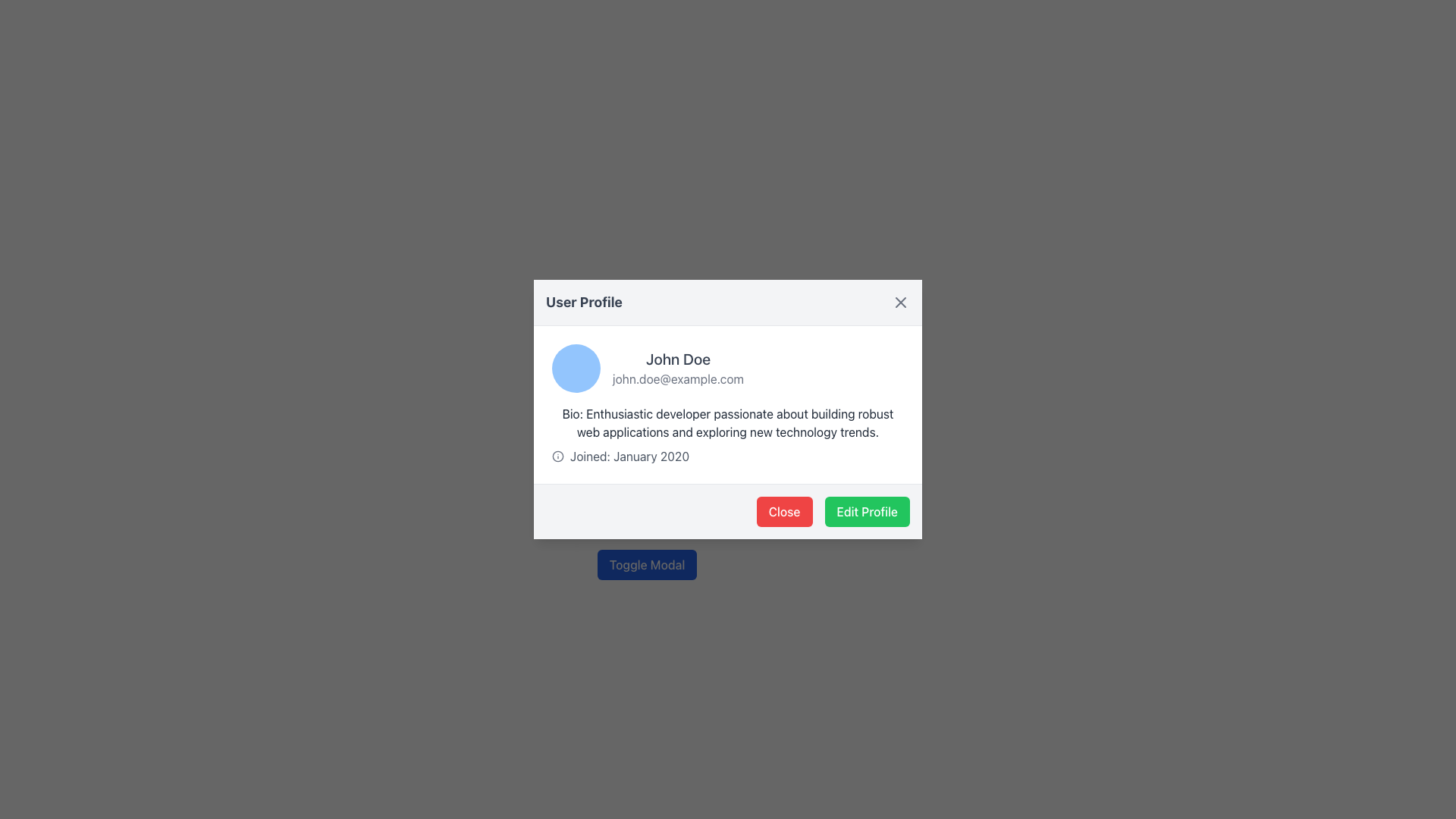 The height and width of the screenshot is (819, 1456). Describe the element at coordinates (677, 378) in the screenshot. I see `the gray-colored text displaying the email address 'john.doe@example.com', which is positioned directly below the name 'John Doe' in the profile card` at that location.